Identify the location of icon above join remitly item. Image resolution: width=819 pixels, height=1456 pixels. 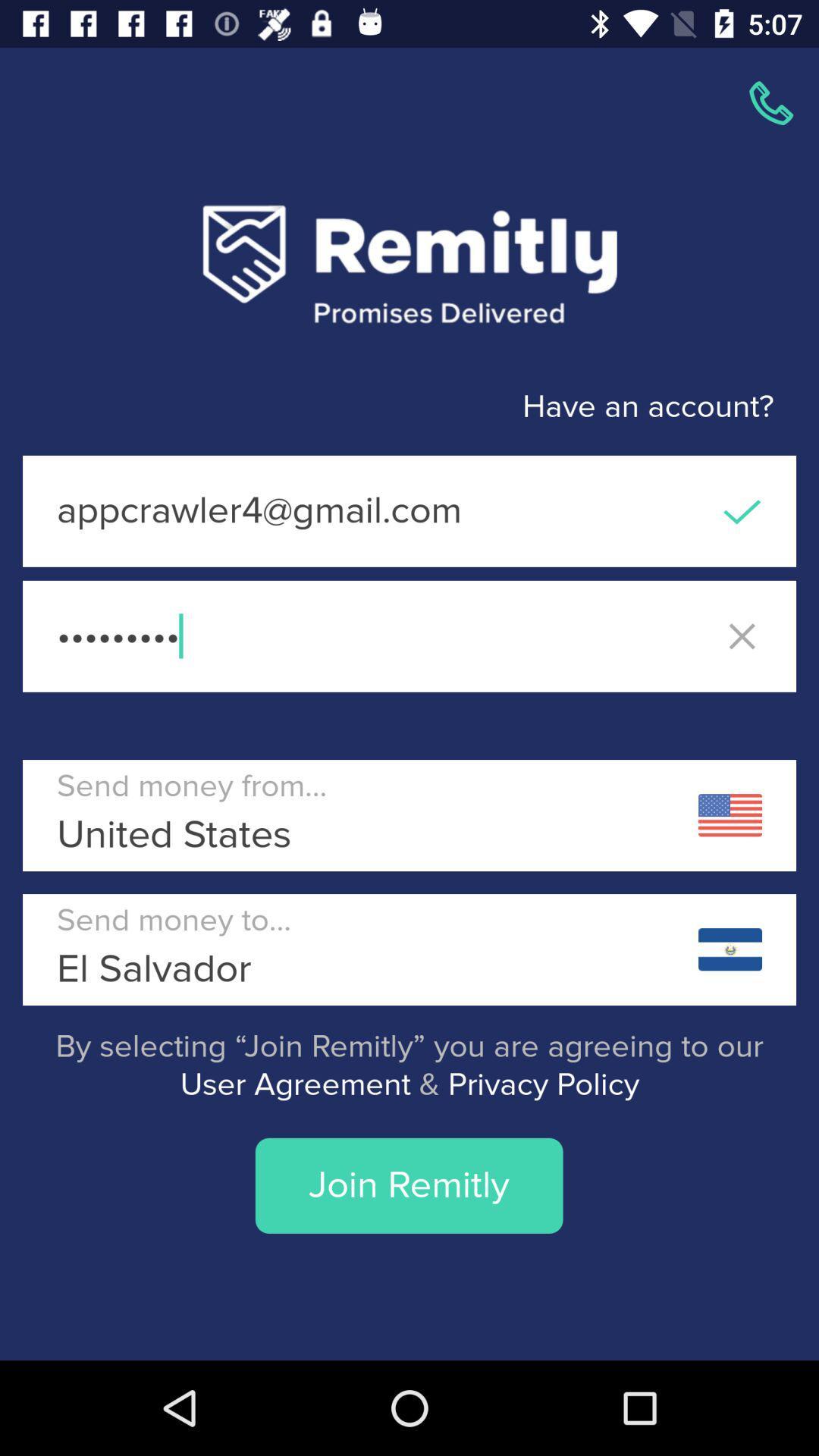
(409, 1065).